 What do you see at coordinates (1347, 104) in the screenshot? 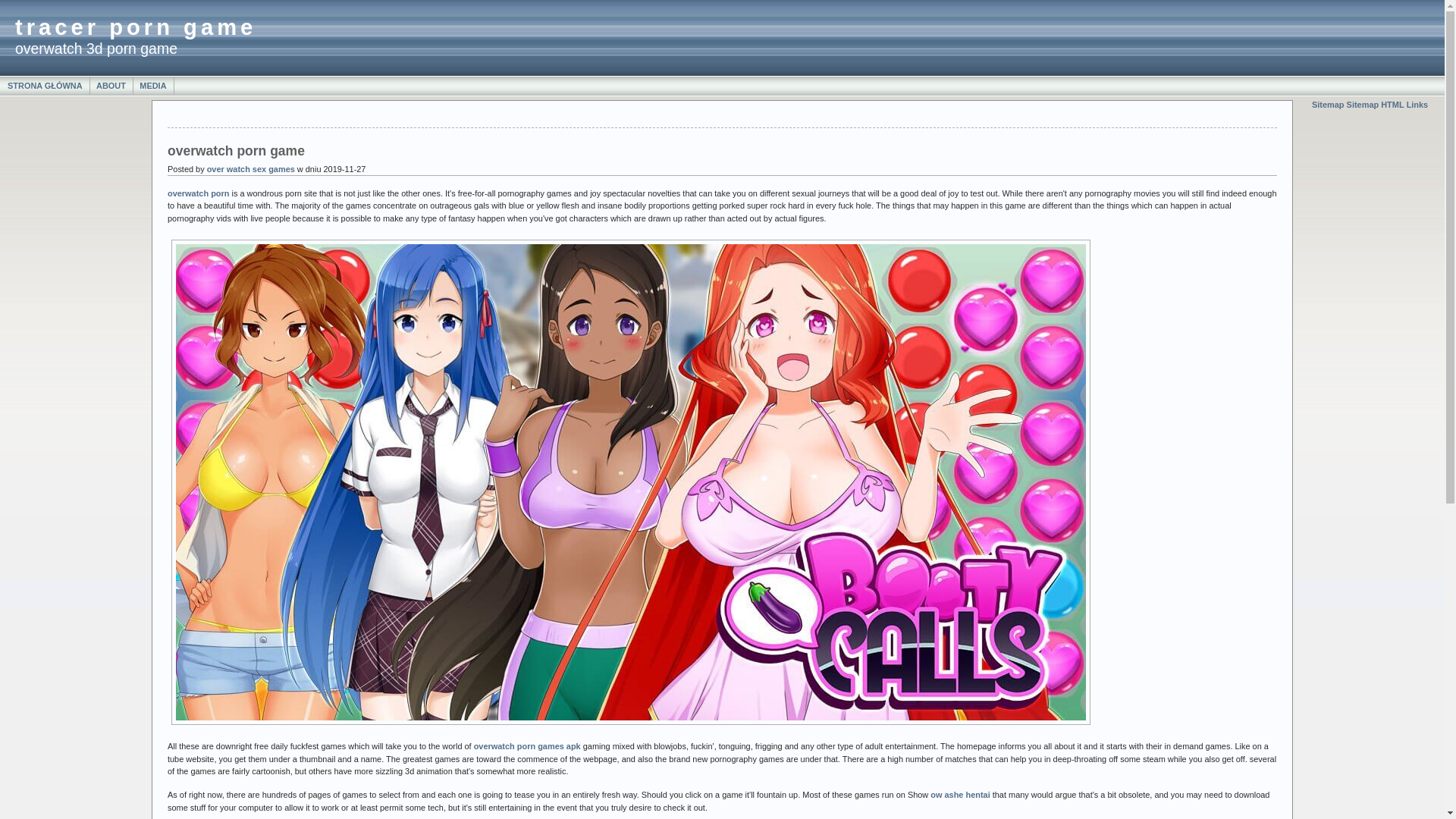
I see `'Sitemap HTML'` at bounding box center [1347, 104].